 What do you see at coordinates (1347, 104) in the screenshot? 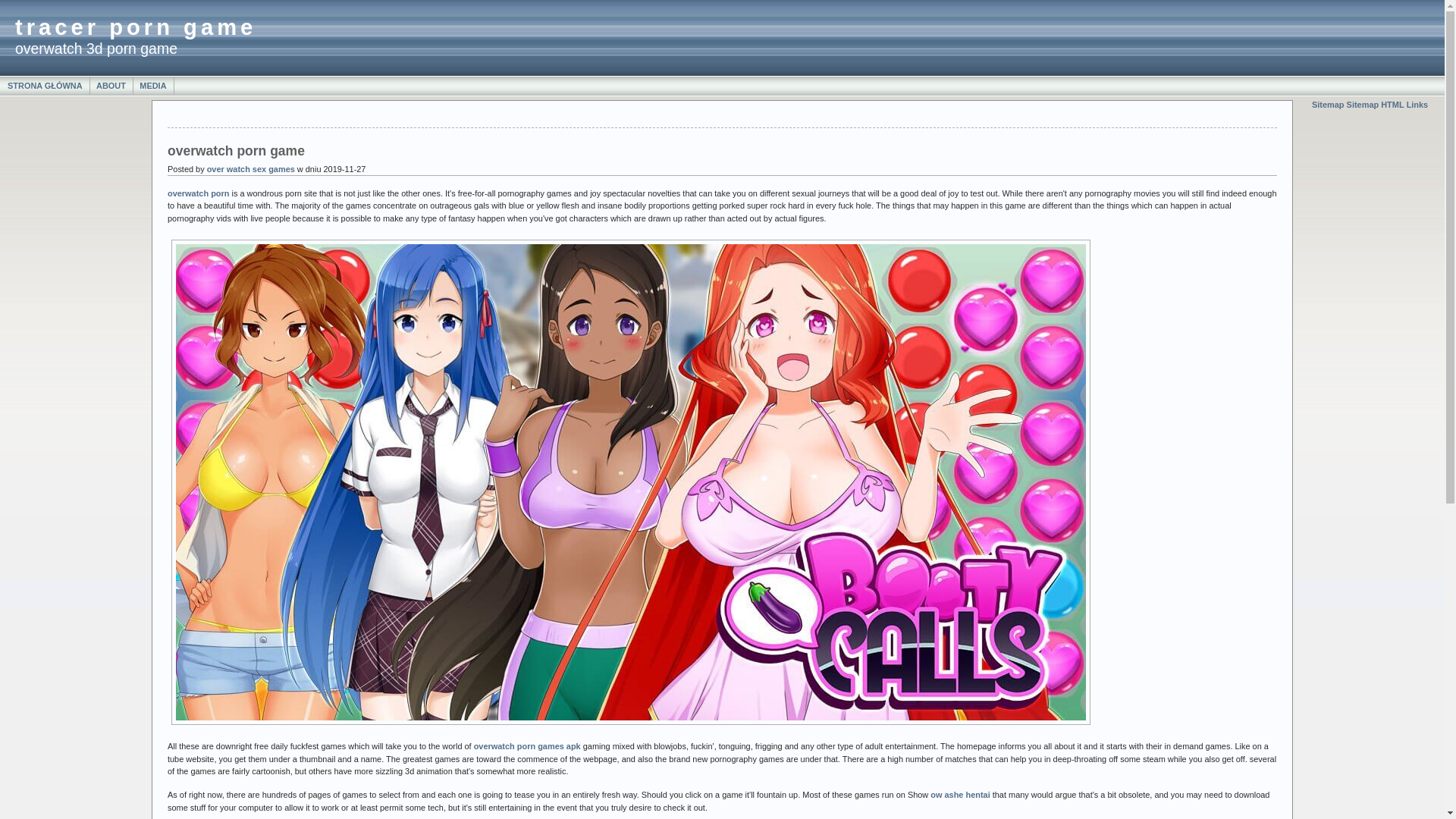
I see `'Sitemap HTML'` at bounding box center [1347, 104].